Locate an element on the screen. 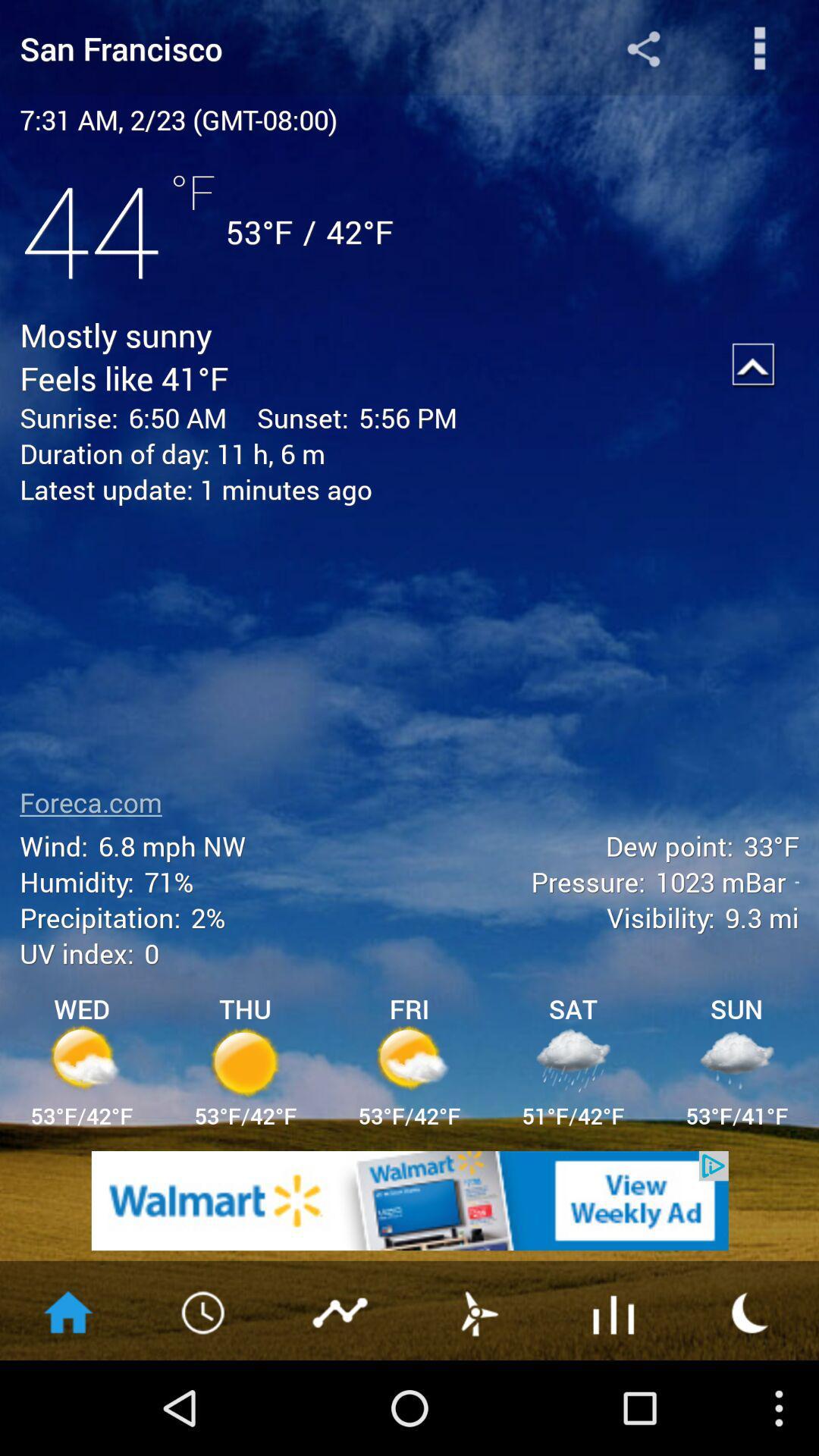  the time icon is located at coordinates (205, 1402).